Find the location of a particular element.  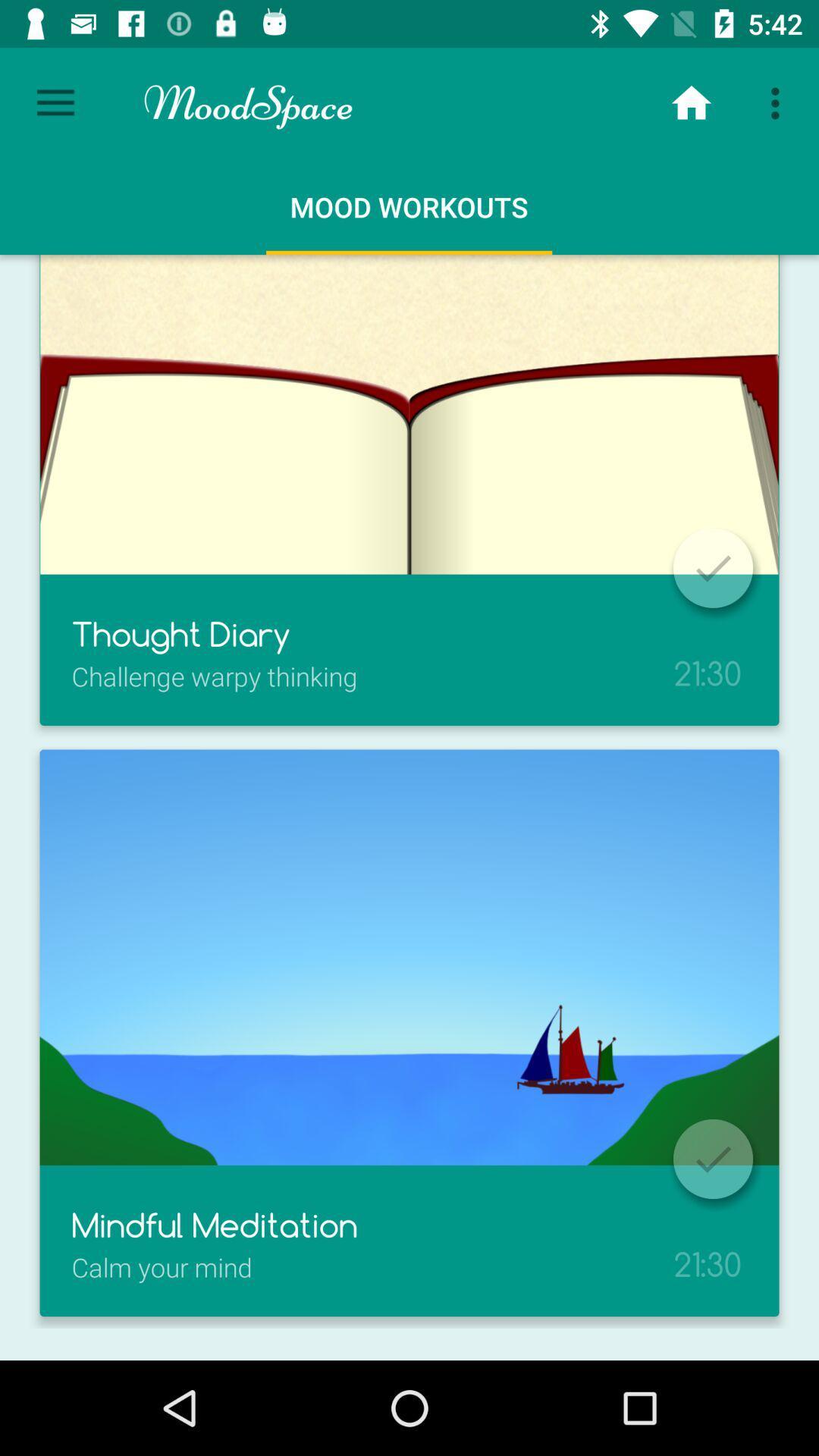

icon to the right of the moodspace item is located at coordinates (691, 102).